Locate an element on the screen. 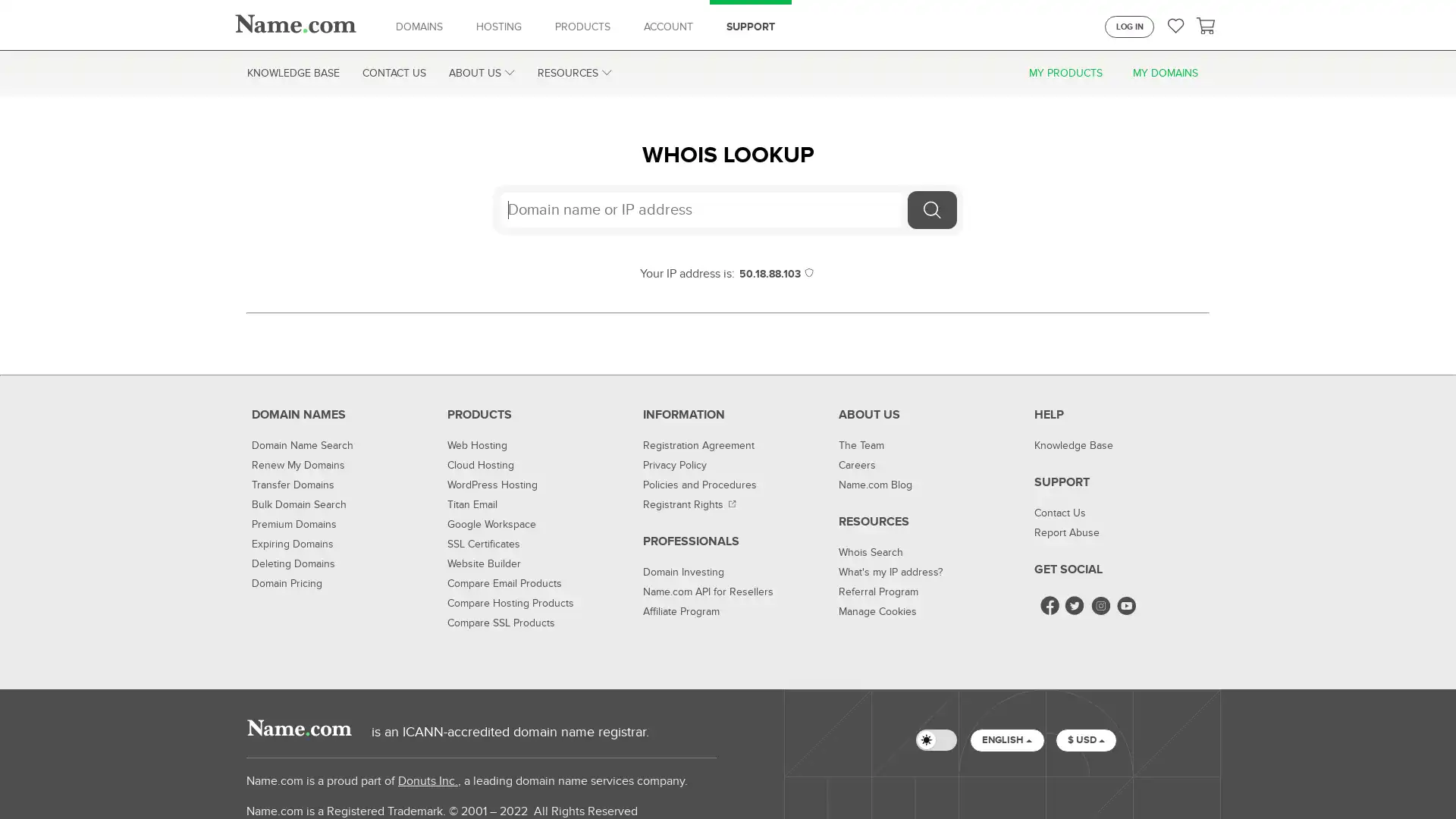  Close is located at coordinates (1430, 778).